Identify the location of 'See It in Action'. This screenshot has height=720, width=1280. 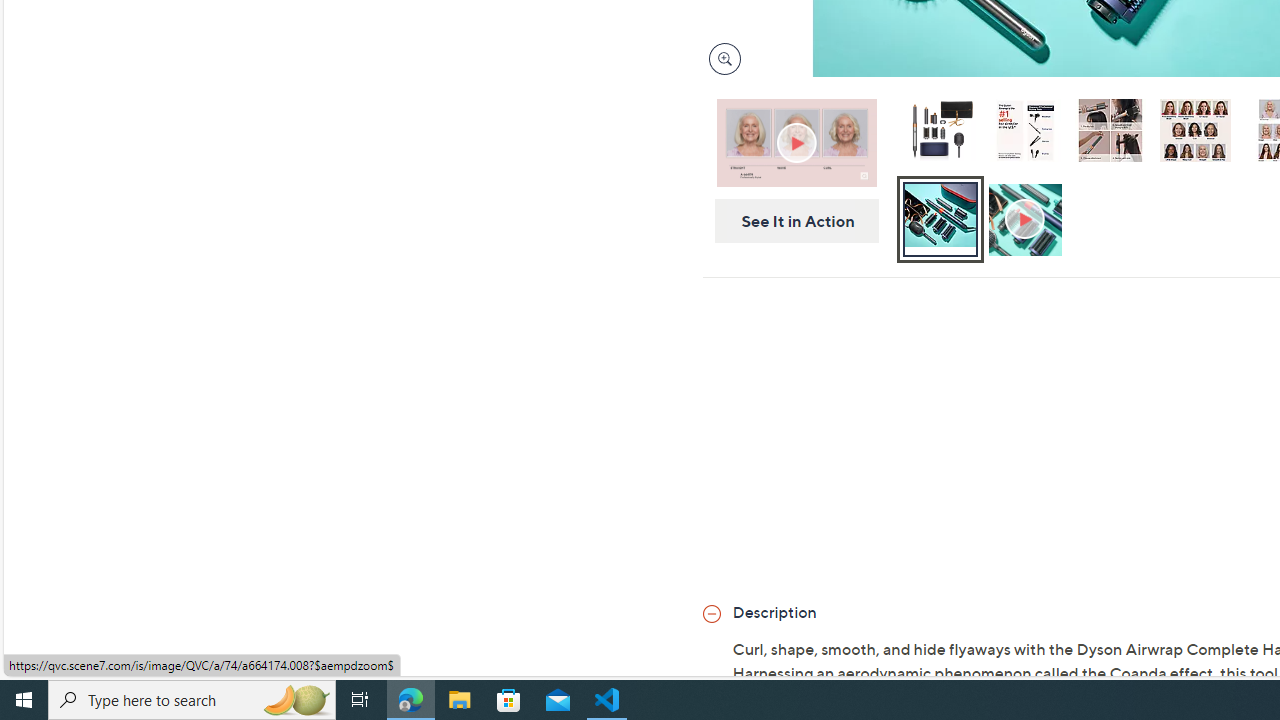
(789, 221).